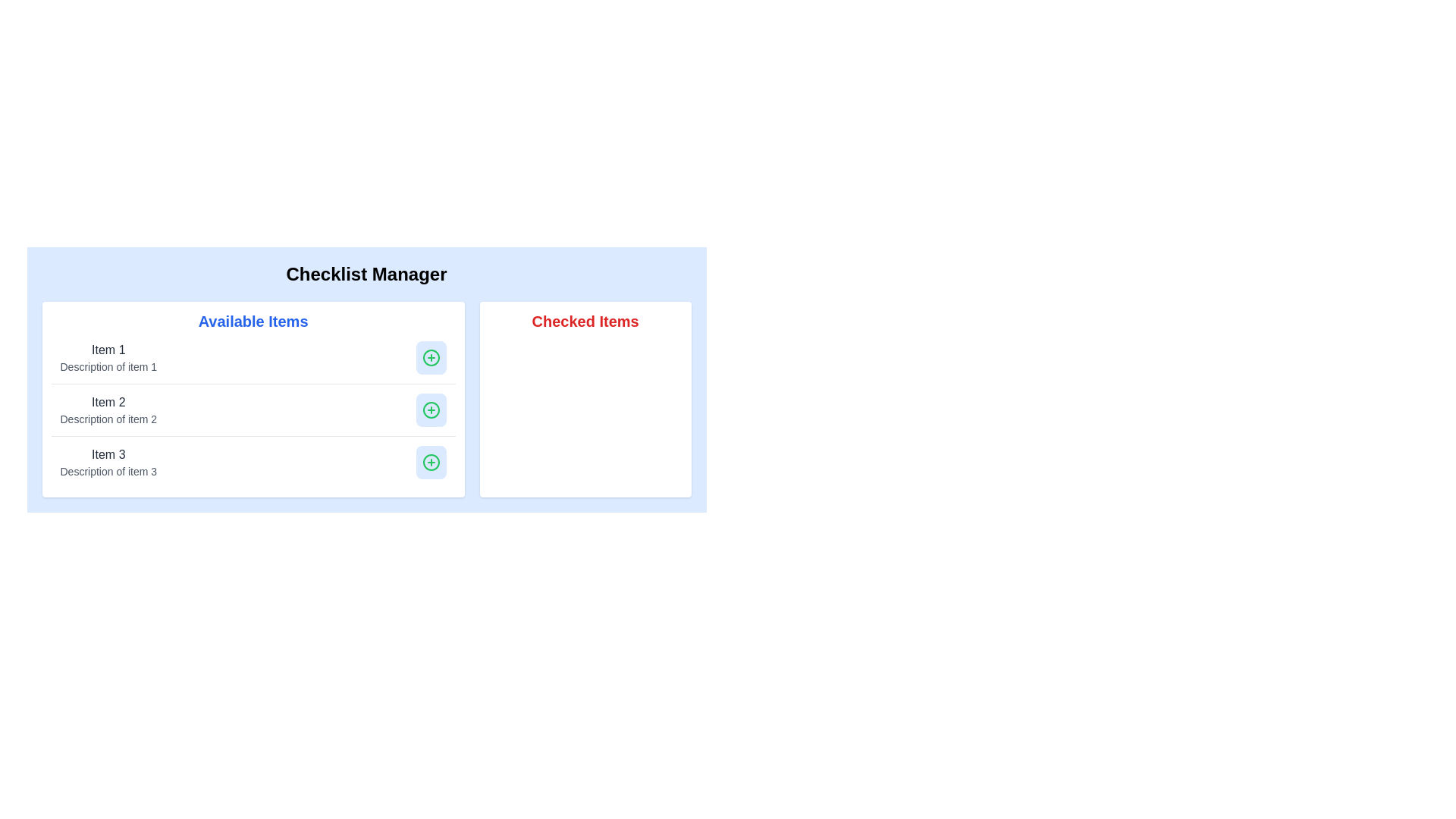 The height and width of the screenshot is (819, 1456). Describe the element at coordinates (430, 409) in the screenshot. I see `the button with a plus icon located on the far right of the row labeled 'Item 2'` at that location.